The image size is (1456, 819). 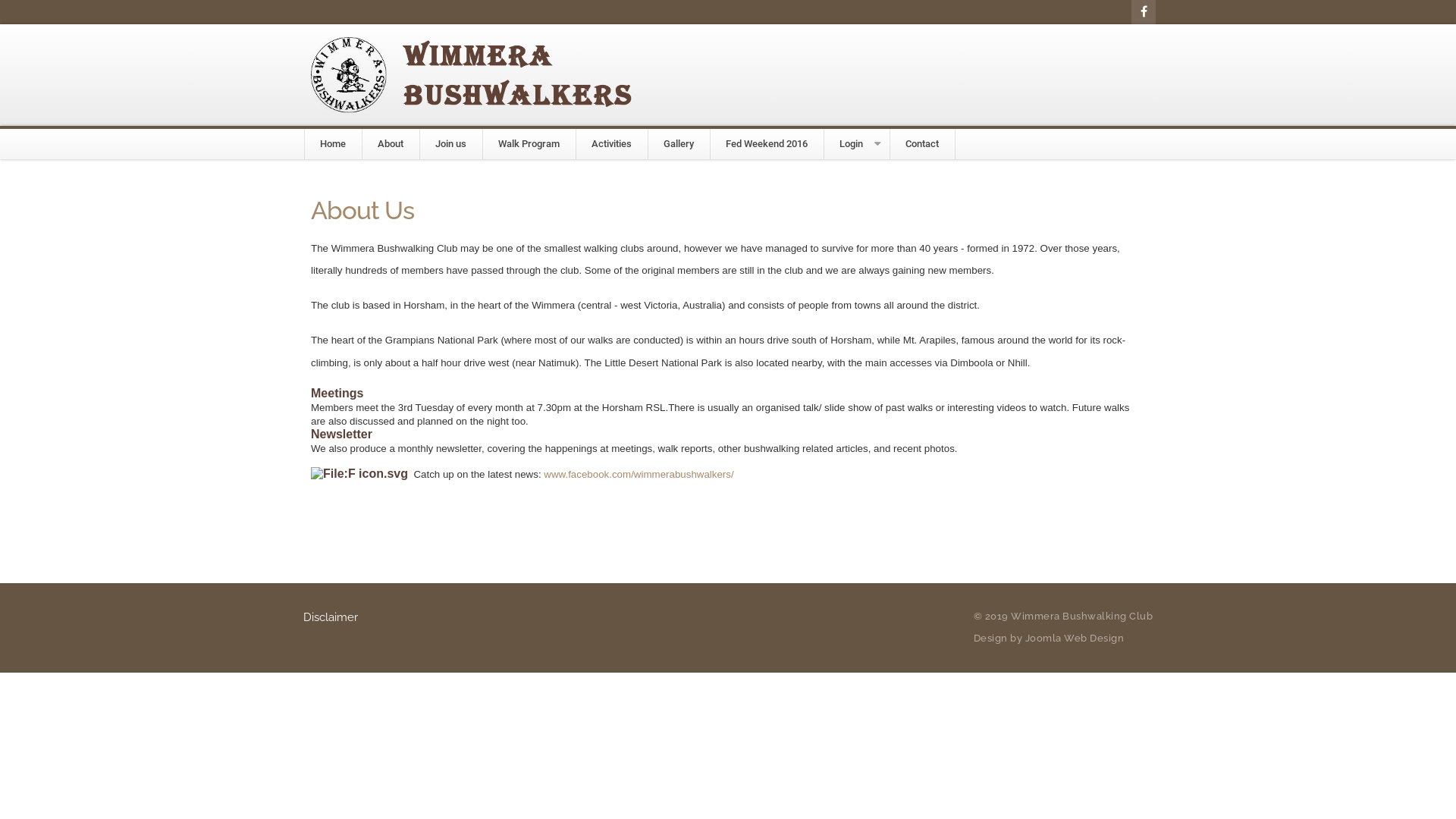 I want to click on 'Facebook', so click(x=1131, y=11).